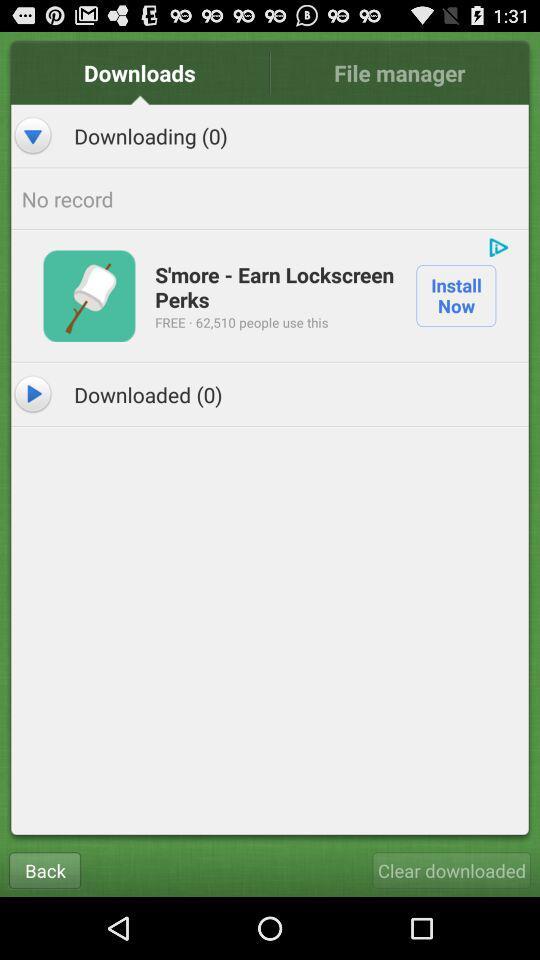  I want to click on the app below no record, so click(88, 294).